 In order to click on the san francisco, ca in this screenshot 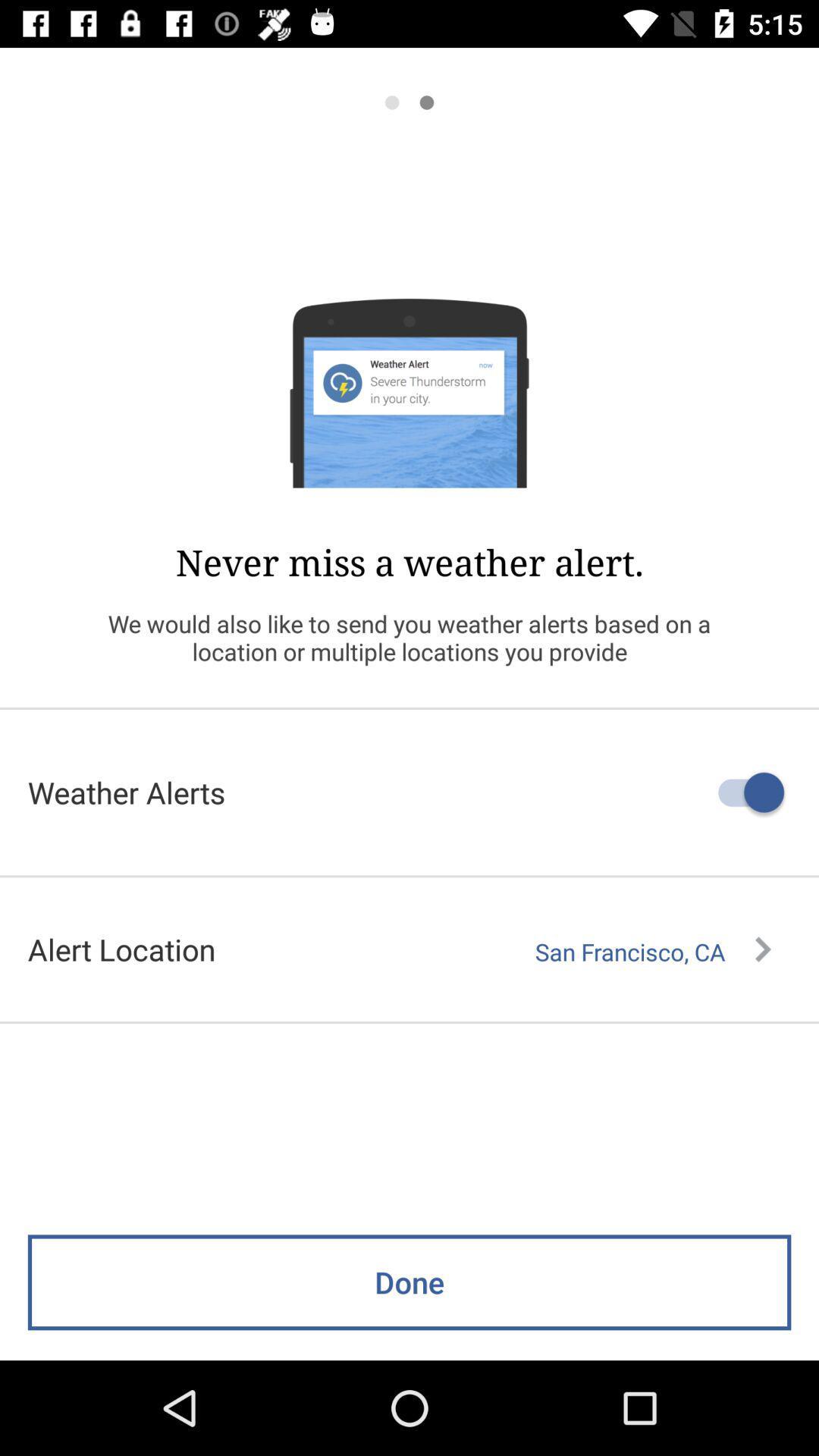, I will do `click(652, 951)`.